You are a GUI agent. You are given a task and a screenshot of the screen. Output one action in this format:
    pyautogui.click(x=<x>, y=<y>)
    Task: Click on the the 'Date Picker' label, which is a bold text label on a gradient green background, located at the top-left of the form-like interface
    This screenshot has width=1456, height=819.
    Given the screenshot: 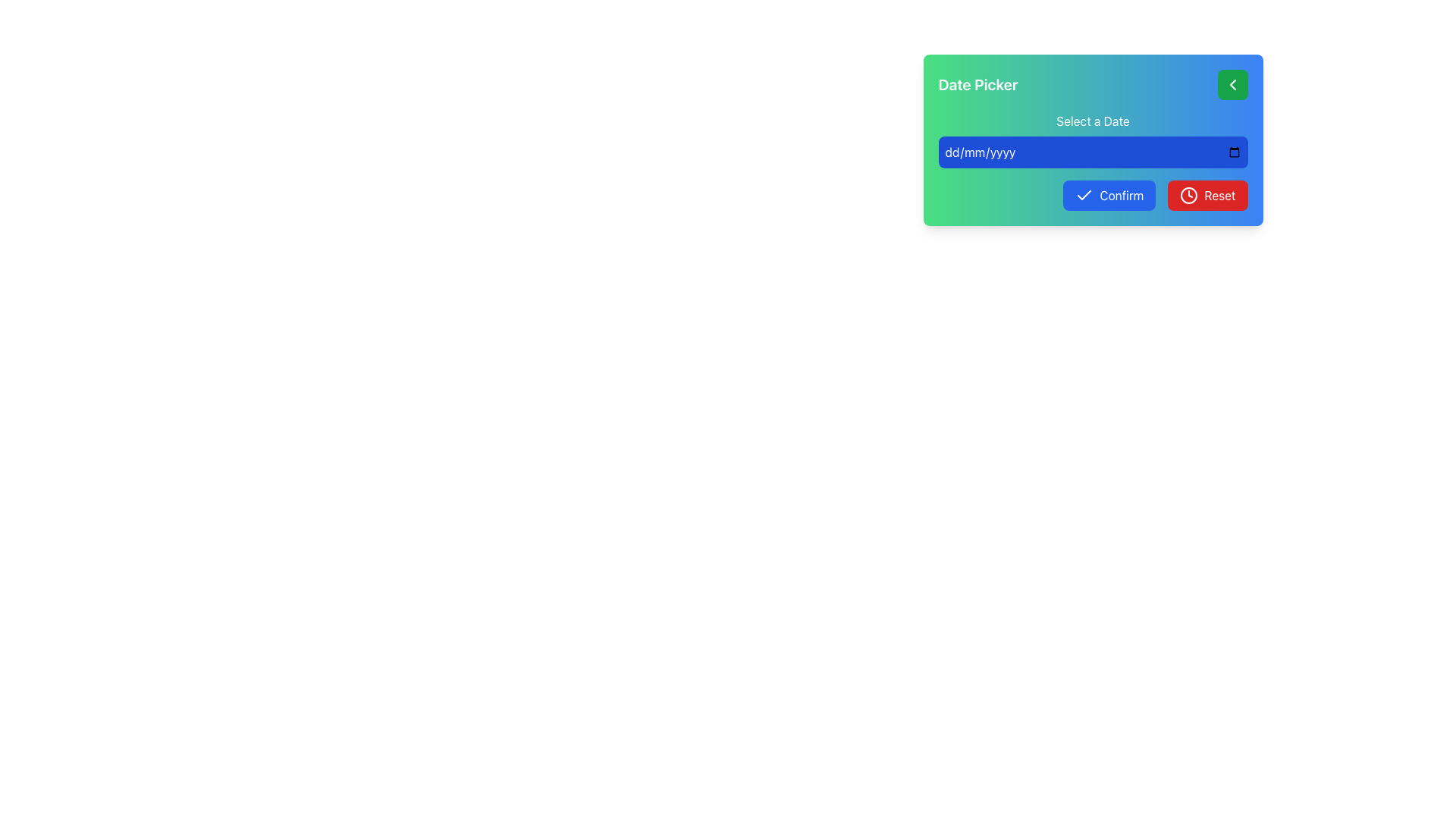 What is the action you would take?
    pyautogui.click(x=978, y=84)
    